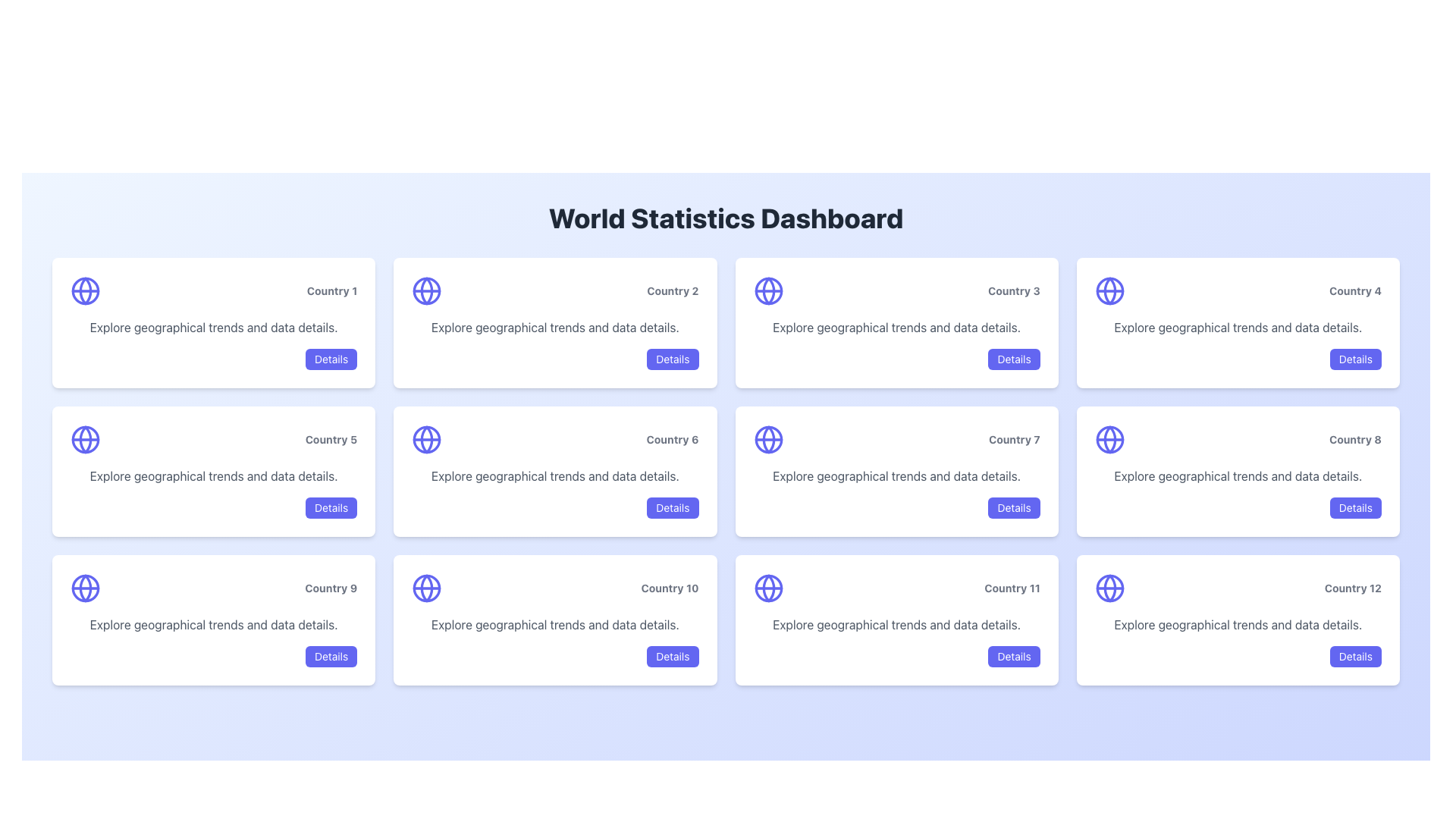 This screenshot has height=819, width=1456. What do you see at coordinates (896, 475) in the screenshot?
I see `the text block stating 'Explore geographical trends and data details.' which is located within the 'Country 7' card, positioned below the heading 'Country 7' and above the 'Details' button` at bounding box center [896, 475].